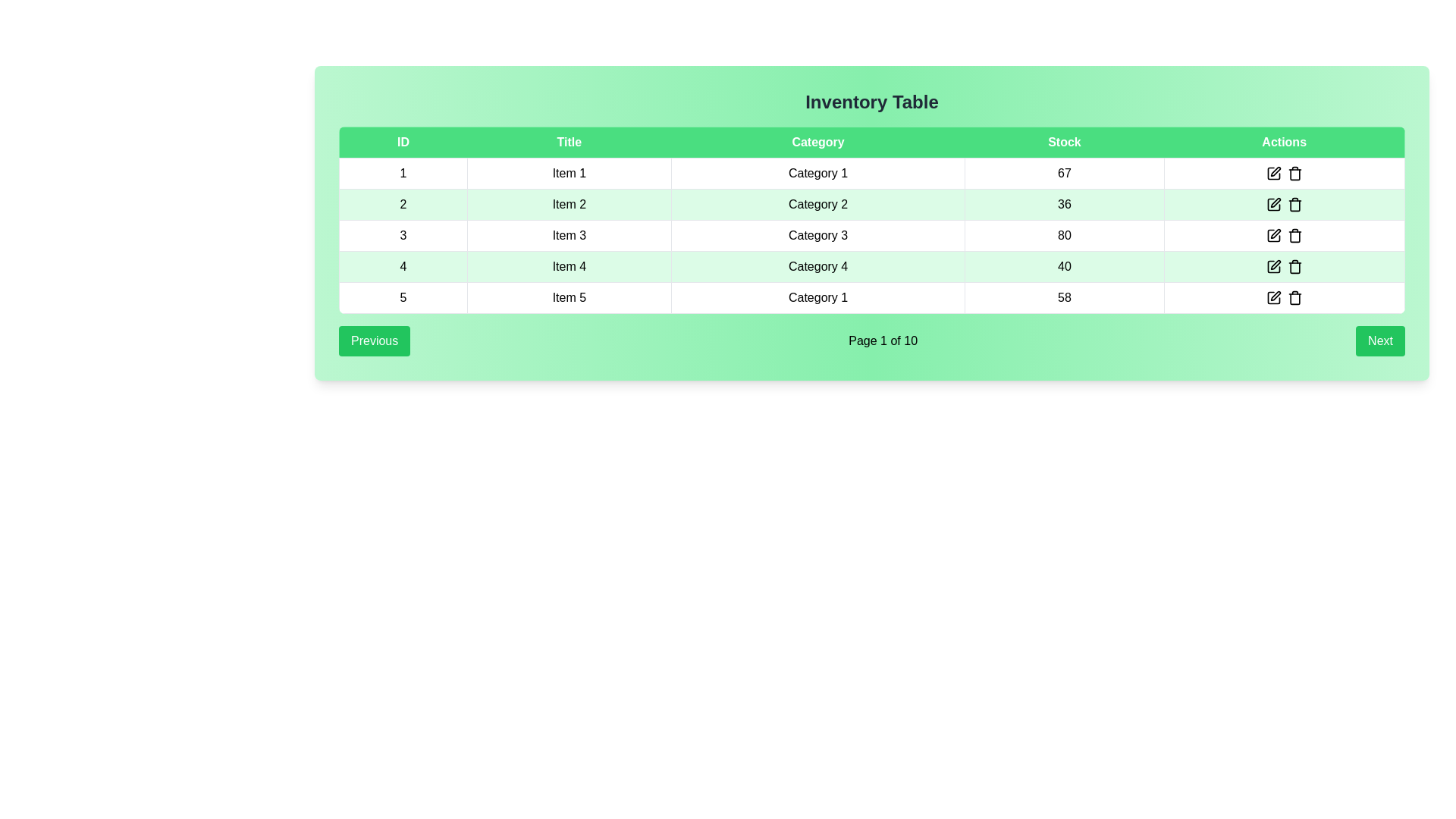 Image resolution: width=1456 pixels, height=819 pixels. Describe the element at coordinates (1274, 298) in the screenshot. I see `the editing icon located in the 'Actions' column of the fifth table row` at that location.